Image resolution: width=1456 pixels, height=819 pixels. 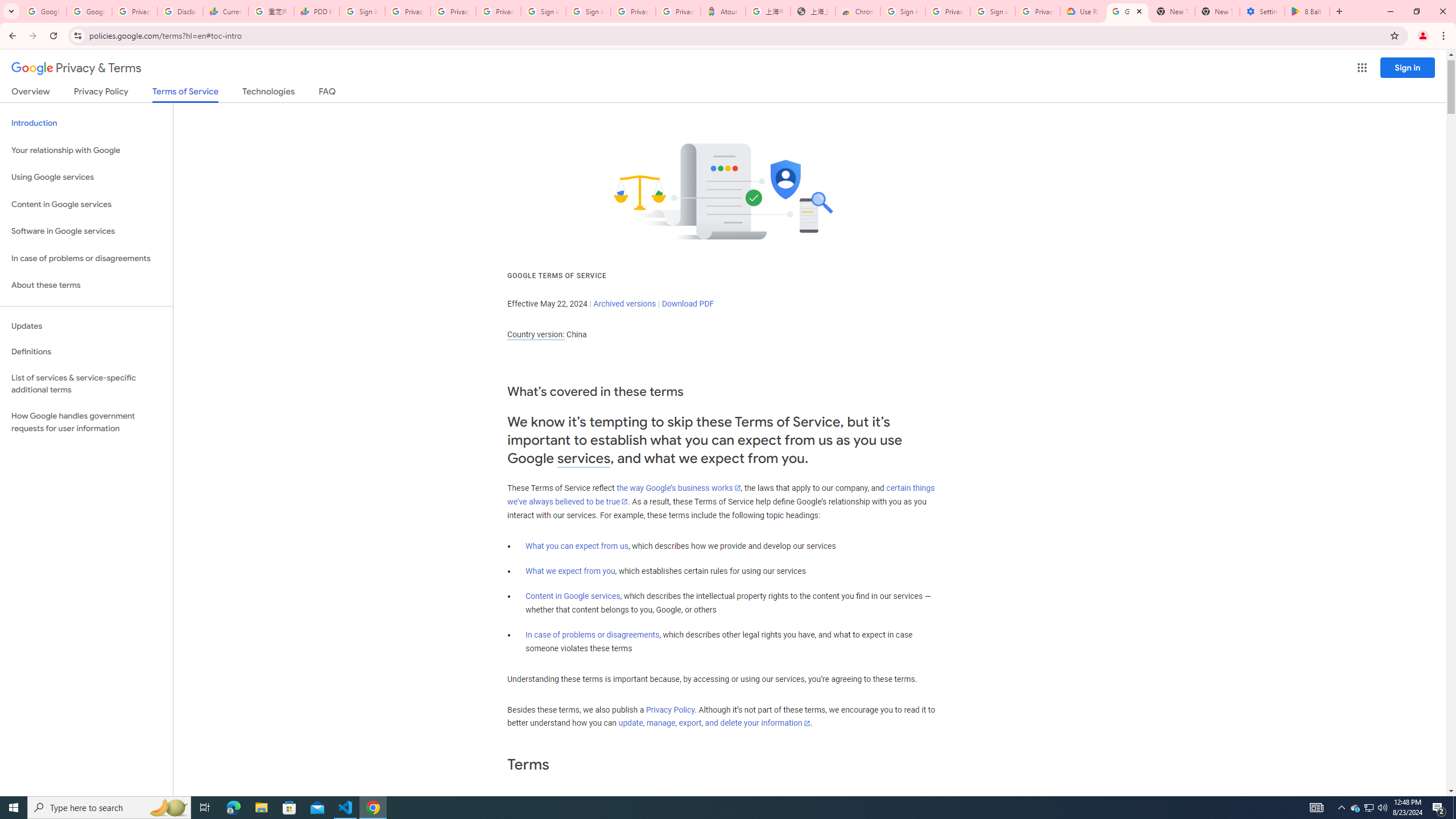 I want to click on 'What you can expect from us', so click(x=577, y=545).